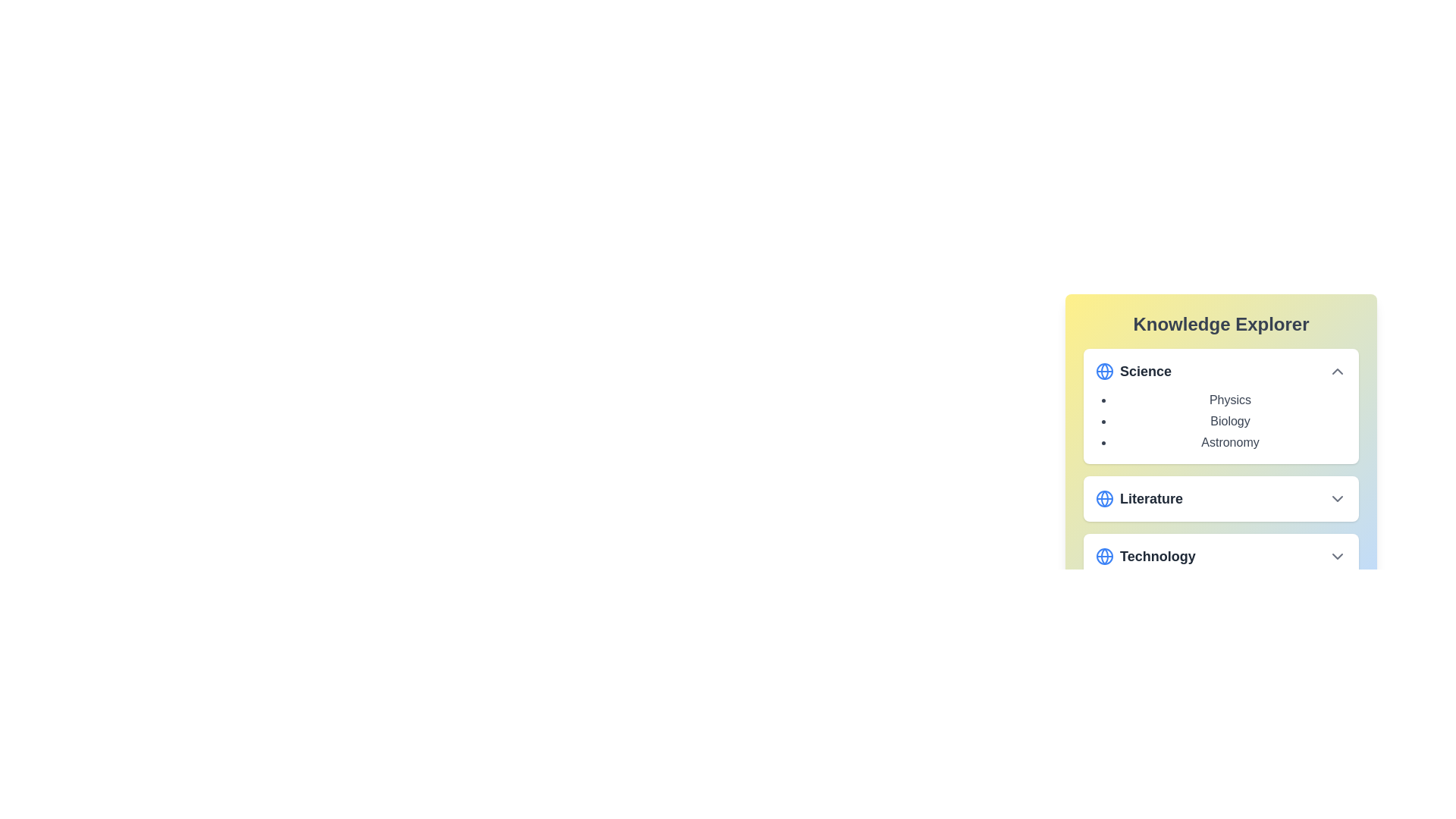 This screenshot has height=819, width=1456. I want to click on the header of the component labeled 'Knowledge Explorer', so click(1221, 324).